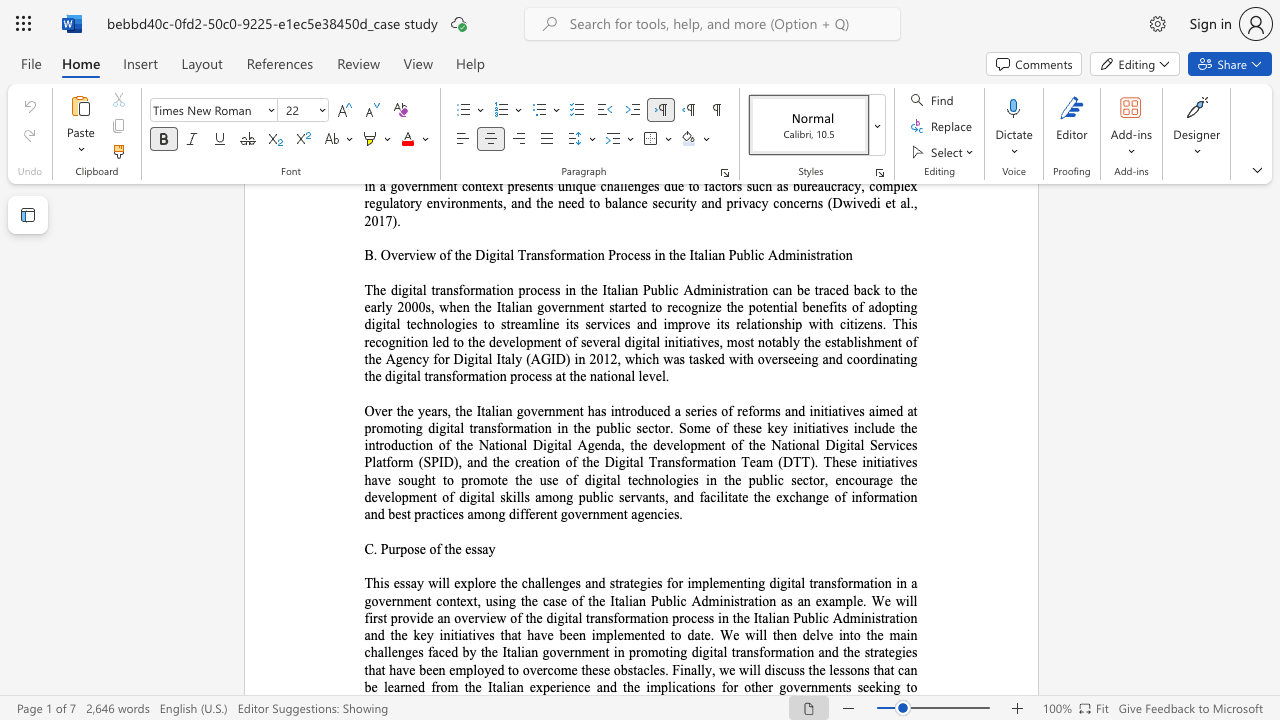  What do you see at coordinates (467, 686) in the screenshot?
I see `the subset text "he Italian experience and the implications for other go" within the text "overcome these obstacles. Finally, we will discuss the lessons that can be learned from the Italian experience and the implications for other governments"` at bounding box center [467, 686].